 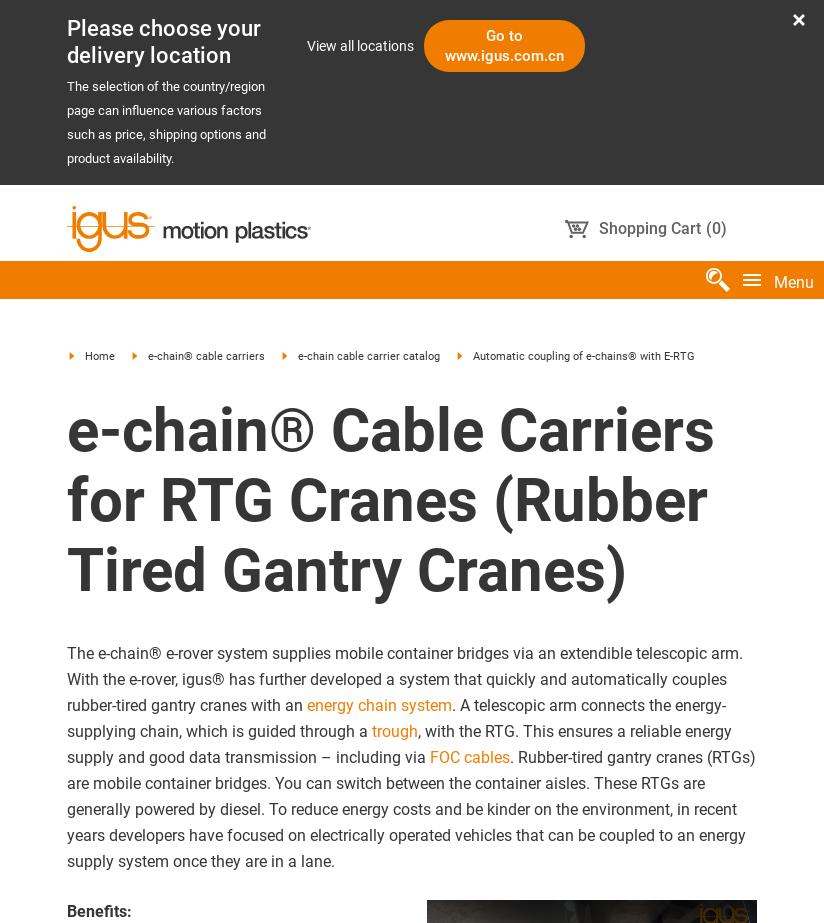 What do you see at coordinates (399, 742) in the screenshot?
I see `', with the RTG. This ensures a reliable energy supply and good data transmission – including via'` at bounding box center [399, 742].